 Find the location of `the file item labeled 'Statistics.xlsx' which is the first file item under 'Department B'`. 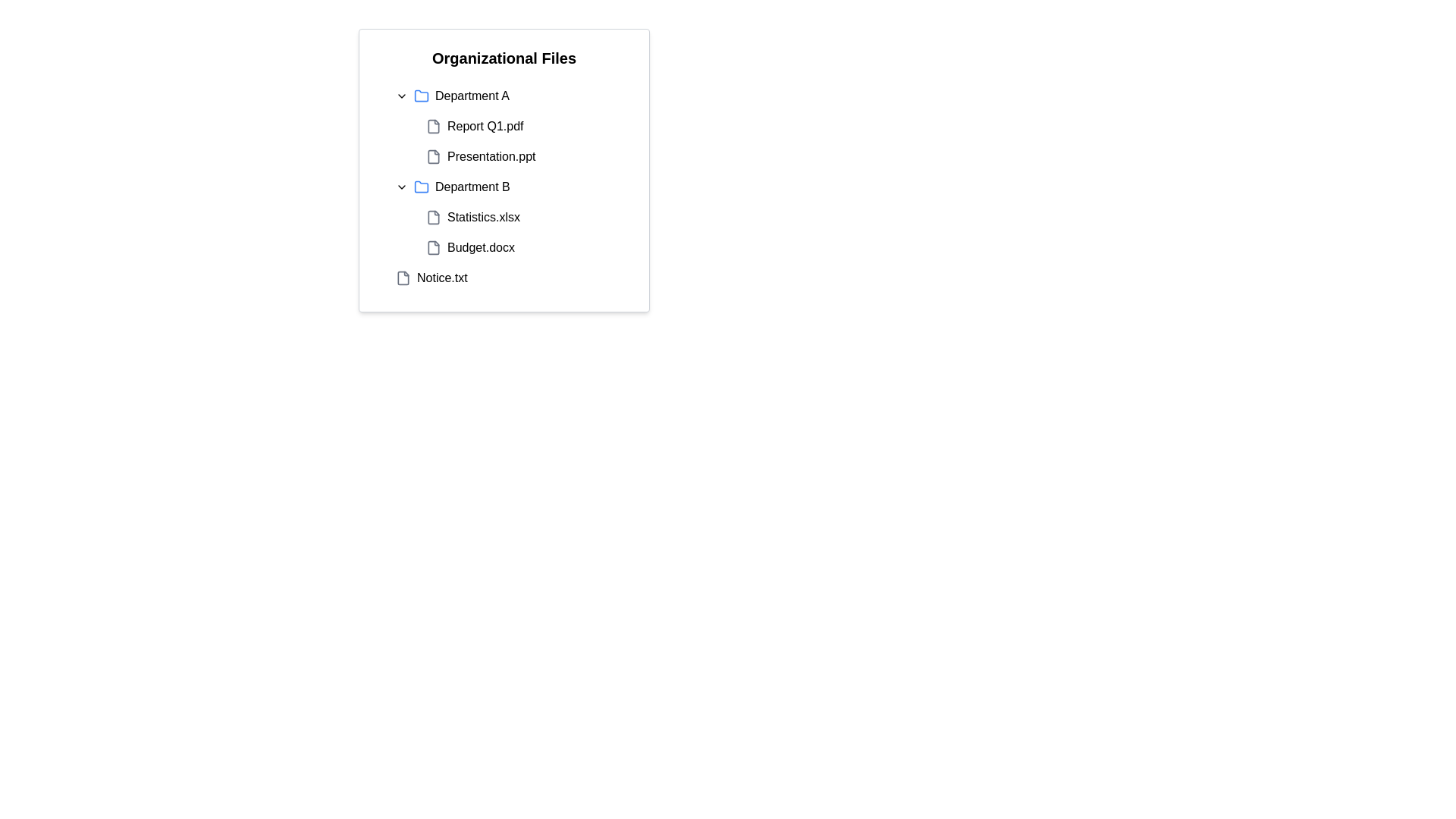

the file item labeled 'Statistics.xlsx' which is the first file item under 'Department B' is located at coordinates (472, 217).